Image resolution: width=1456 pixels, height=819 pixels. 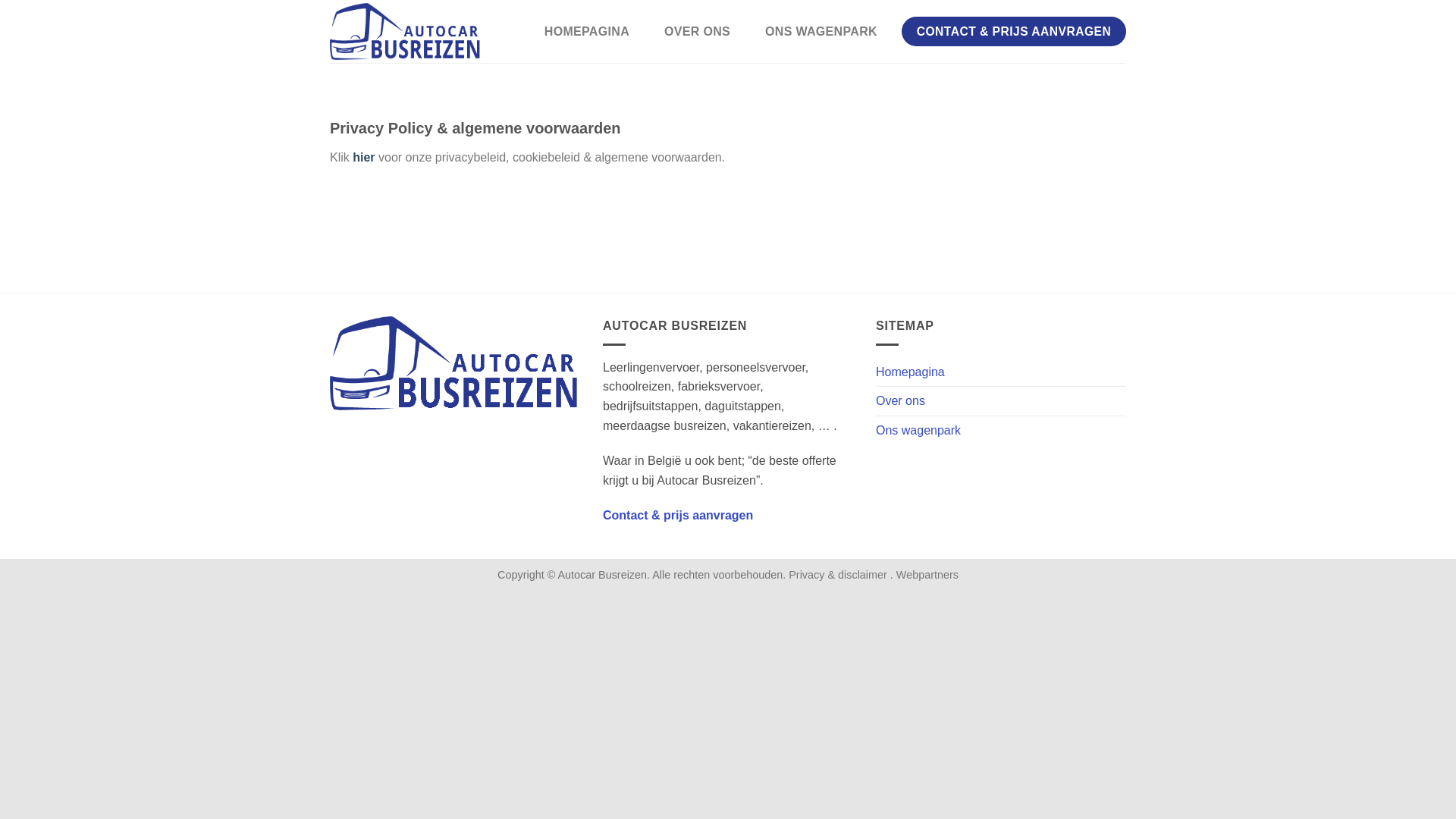 I want to click on 'OVER ONS', so click(x=696, y=32).